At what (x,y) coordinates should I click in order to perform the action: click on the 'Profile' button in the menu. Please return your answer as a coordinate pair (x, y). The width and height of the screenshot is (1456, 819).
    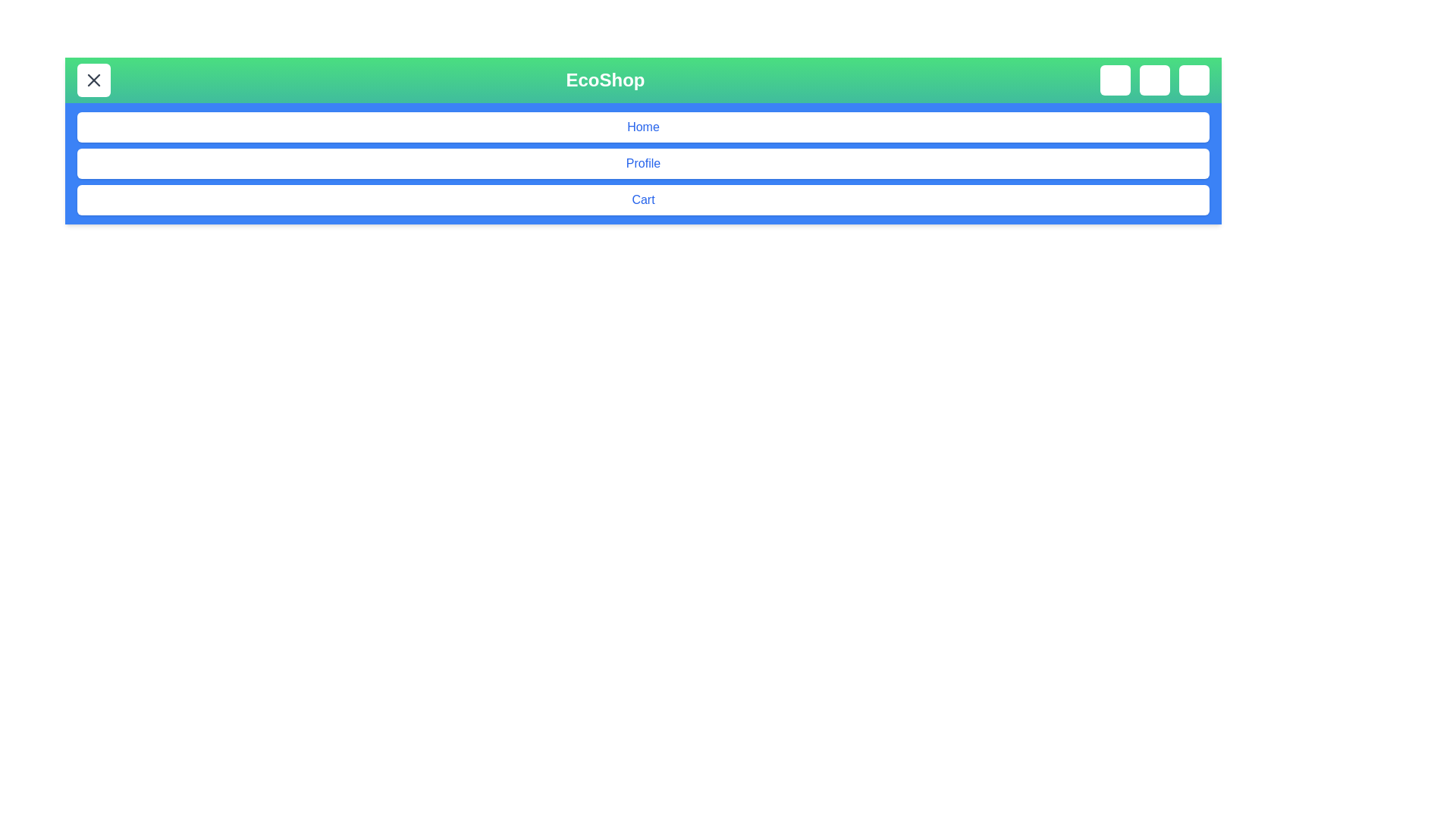
    Looking at the image, I should click on (643, 164).